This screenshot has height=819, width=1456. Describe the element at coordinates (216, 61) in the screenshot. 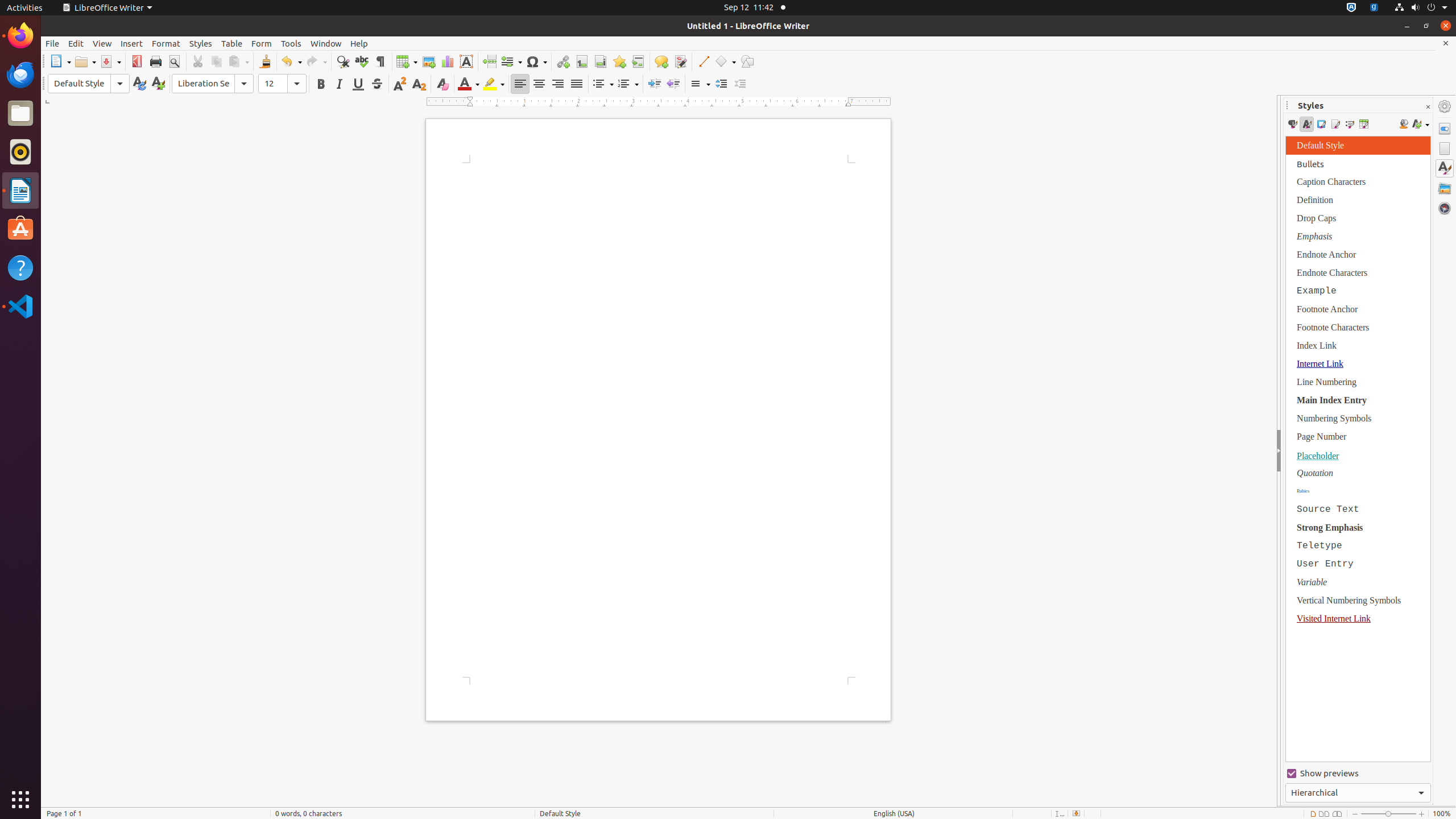

I see `'Copy'` at that location.